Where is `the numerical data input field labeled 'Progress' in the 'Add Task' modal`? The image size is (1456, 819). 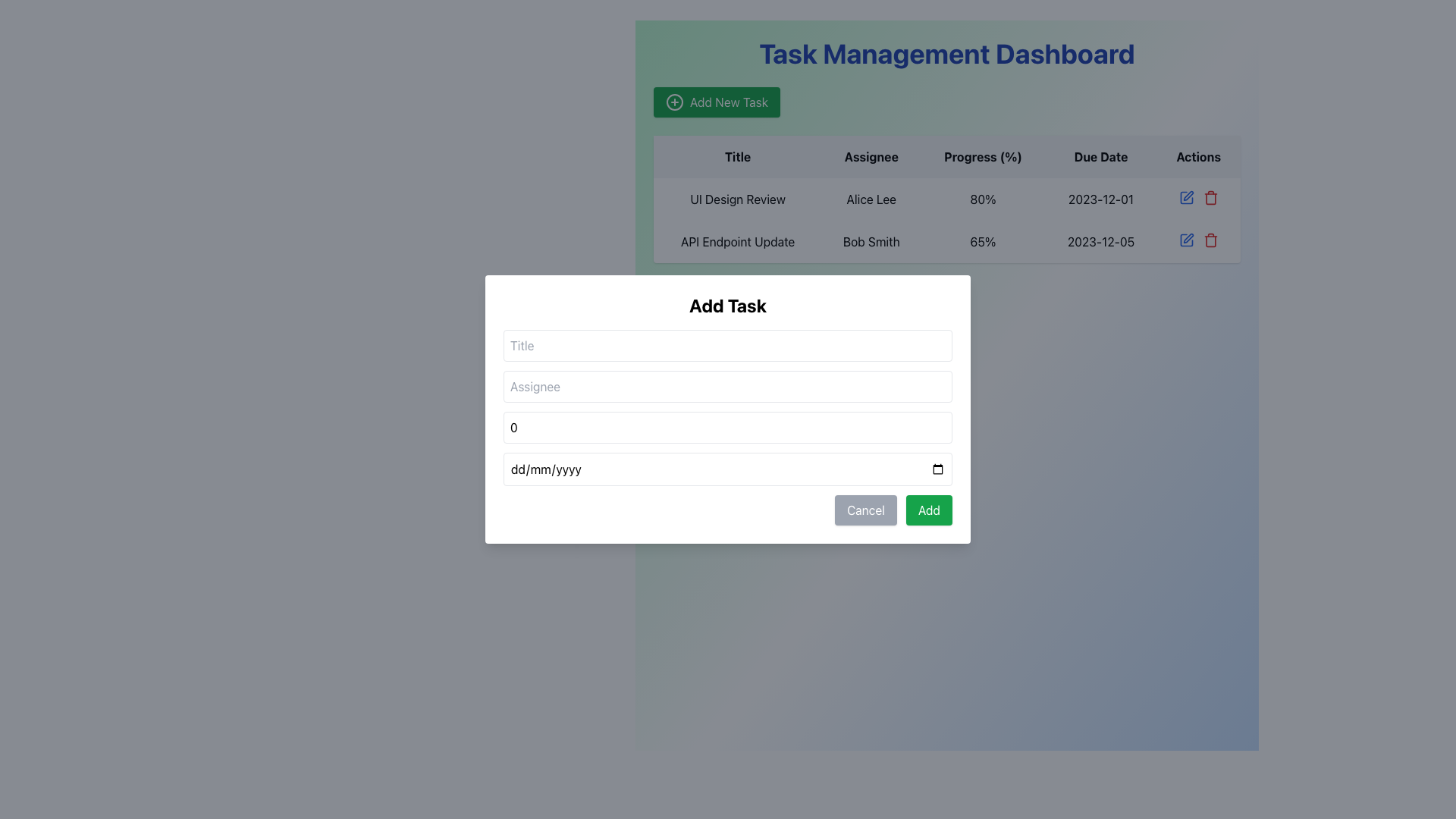 the numerical data input field labeled 'Progress' in the 'Add Task' modal is located at coordinates (728, 427).